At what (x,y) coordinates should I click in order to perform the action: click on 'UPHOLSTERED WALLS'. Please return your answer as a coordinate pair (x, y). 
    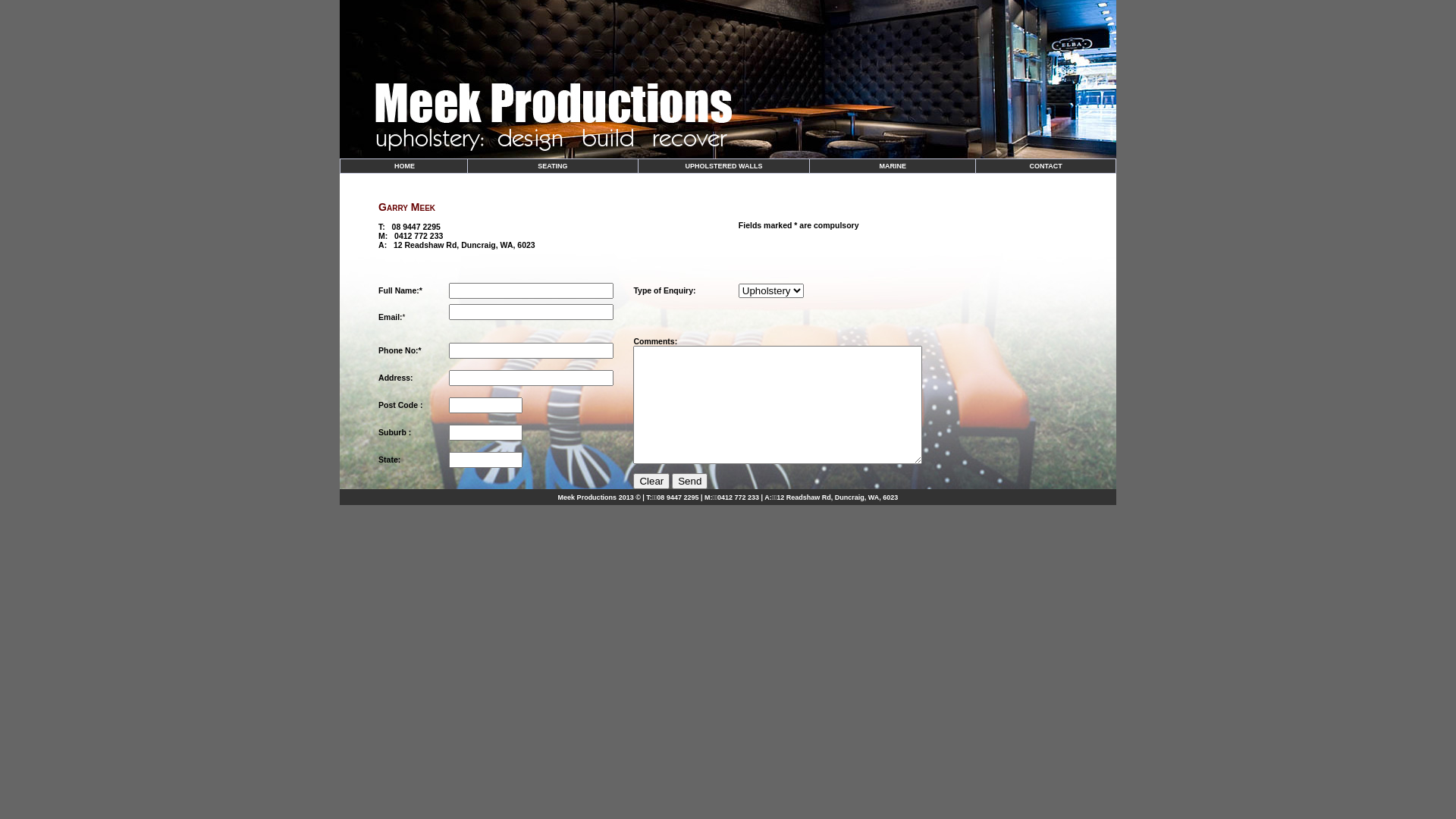
    Looking at the image, I should click on (683, 166).